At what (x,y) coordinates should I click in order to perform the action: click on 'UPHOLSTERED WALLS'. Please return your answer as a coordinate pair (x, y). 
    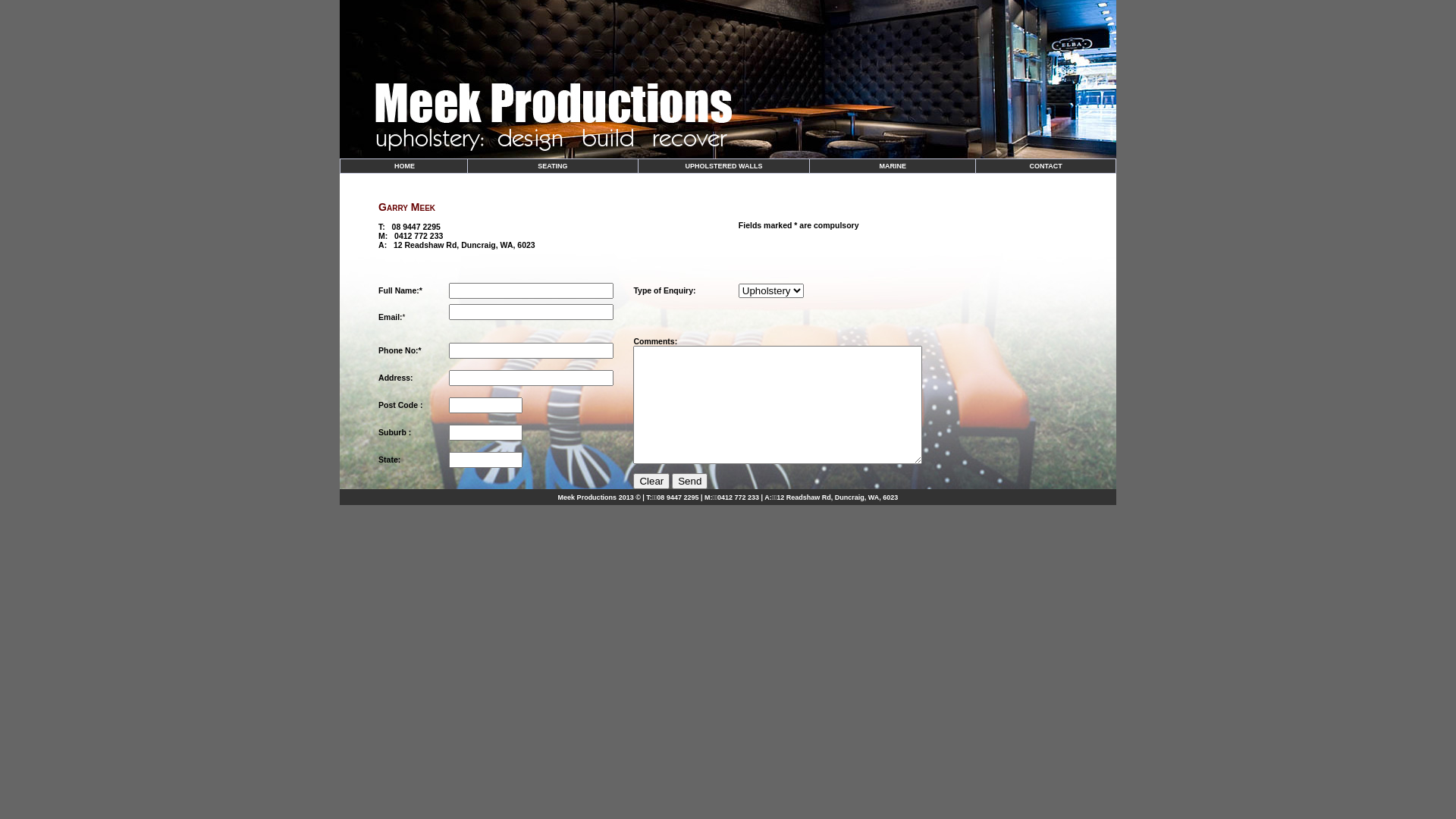
    Looking at the image, I should click on (683, 166).